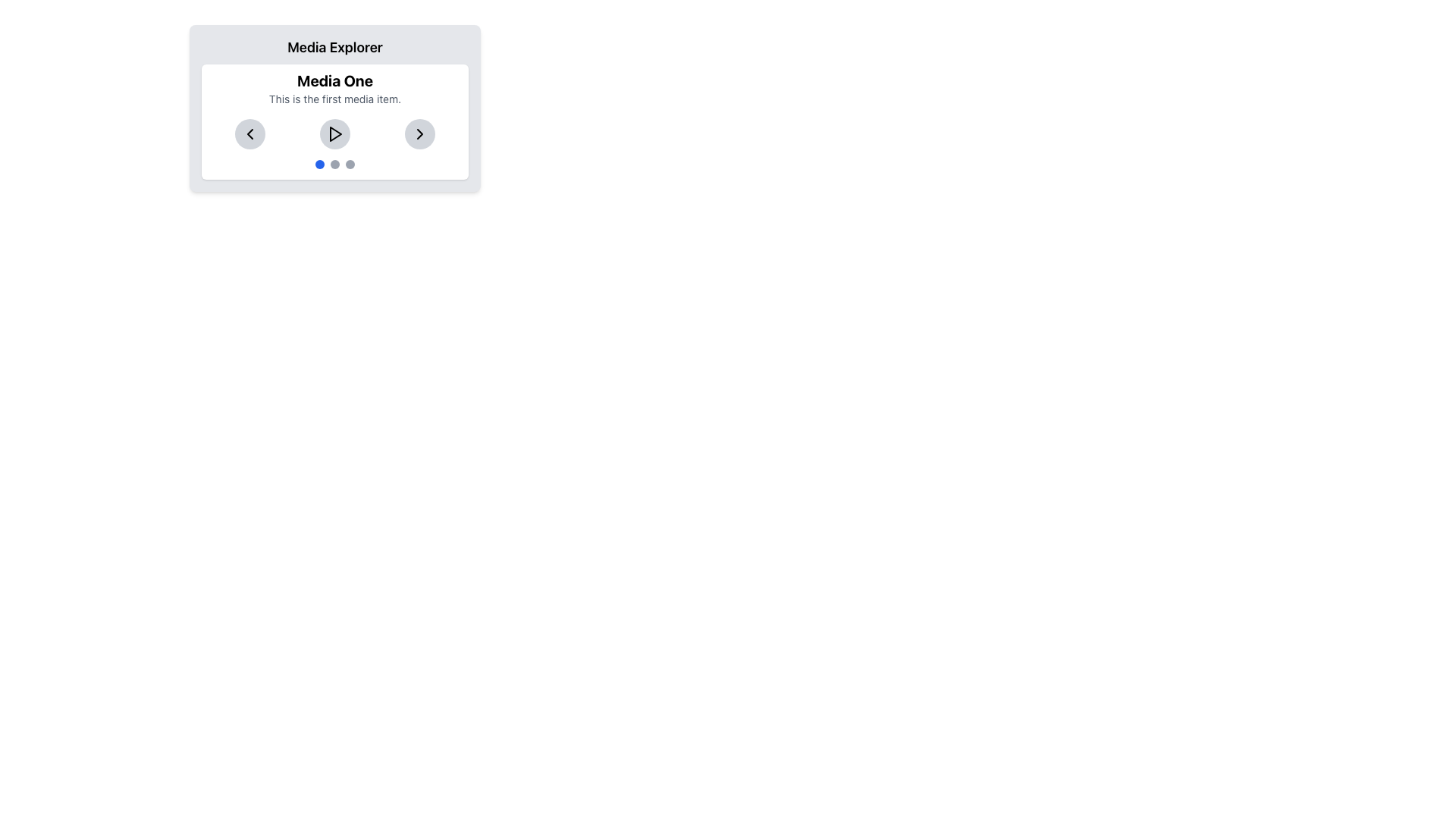  Describe the element at coordinates (419, 133) in the screenshot. I see `the circular button with a light gray background and darker gray border, which contains a black right-facing chevron icon, located in the rightmost position among the three buttons in the media player control section below 'Media Explorer' and 'Media One'` at that location.